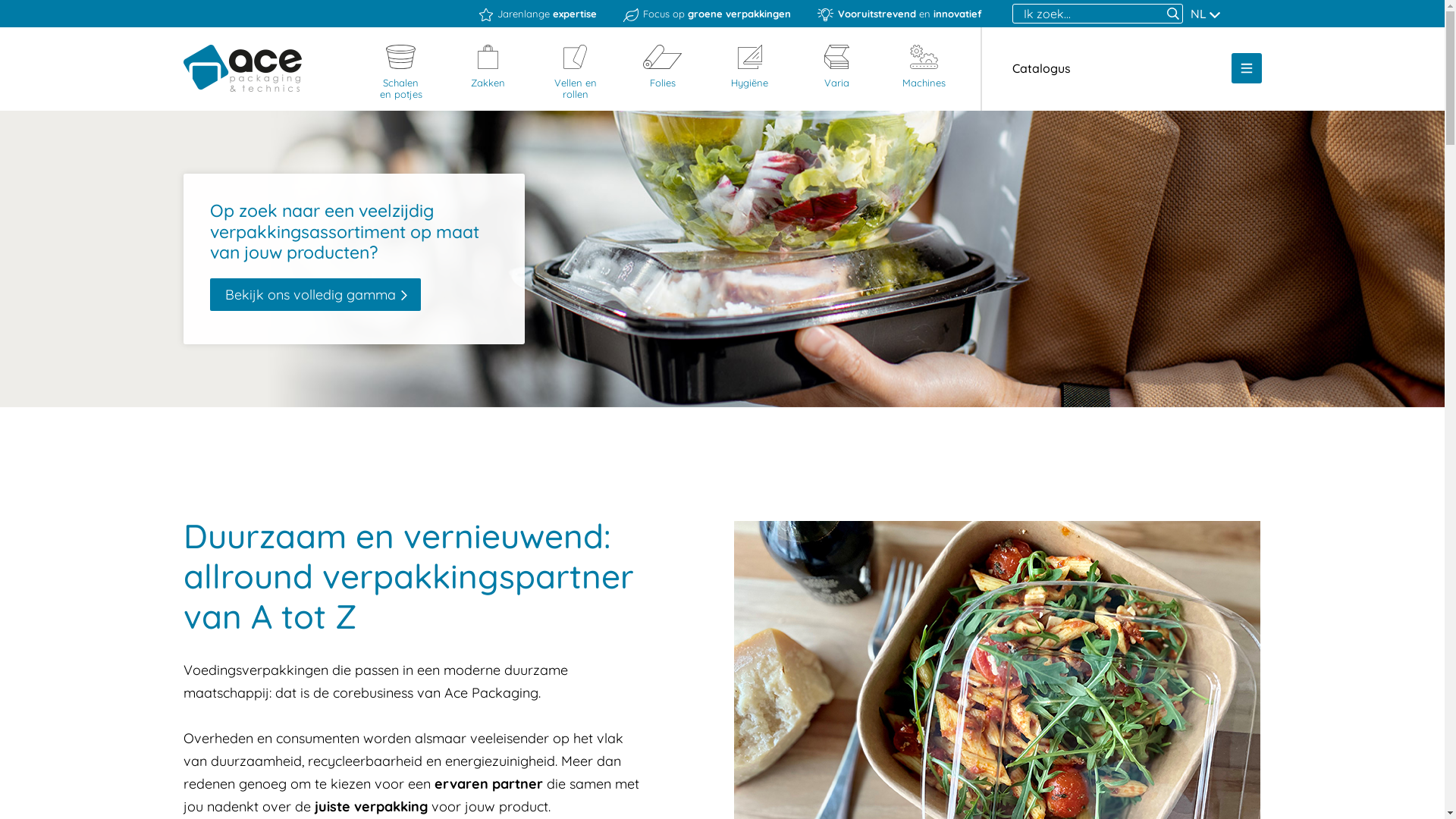  I want to click on 'Varia', so click(836, 66).